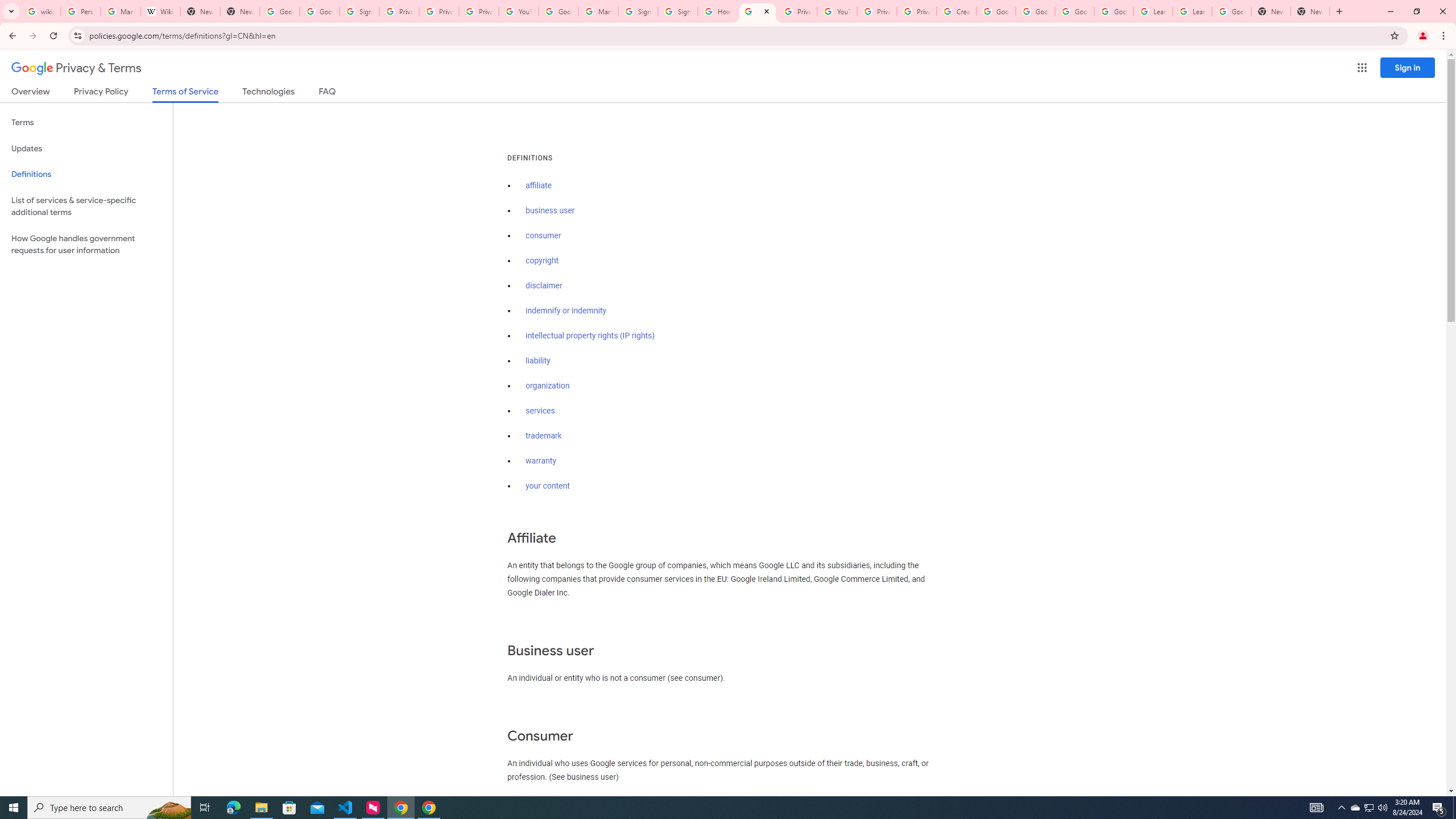  I want to click on 'Google Drive: Sign-in', so click(318, 11).